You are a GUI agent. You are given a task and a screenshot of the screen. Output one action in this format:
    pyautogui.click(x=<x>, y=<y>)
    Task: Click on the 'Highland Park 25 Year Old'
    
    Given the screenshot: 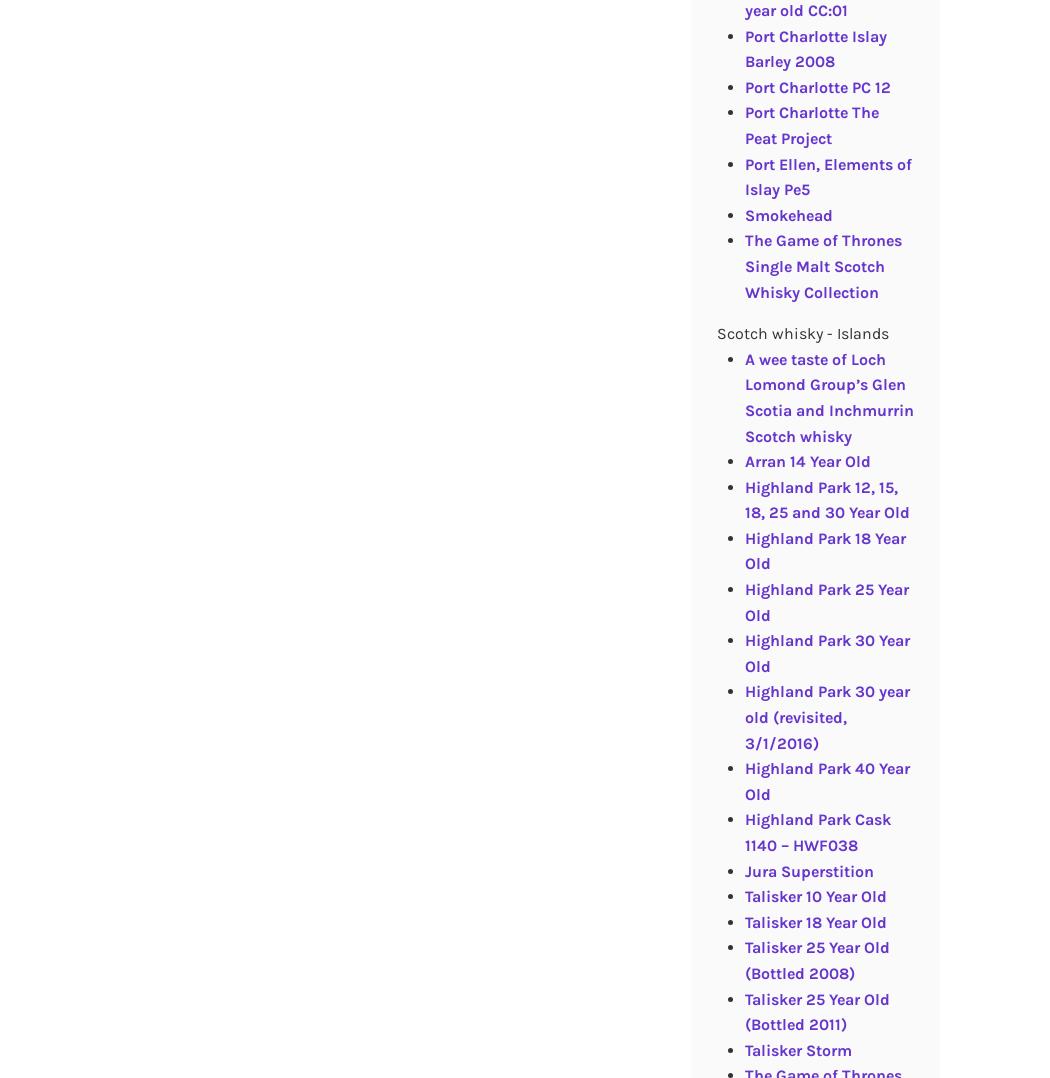 What is the action you would take?
    pyautogui.click(x=826, y=601)
    